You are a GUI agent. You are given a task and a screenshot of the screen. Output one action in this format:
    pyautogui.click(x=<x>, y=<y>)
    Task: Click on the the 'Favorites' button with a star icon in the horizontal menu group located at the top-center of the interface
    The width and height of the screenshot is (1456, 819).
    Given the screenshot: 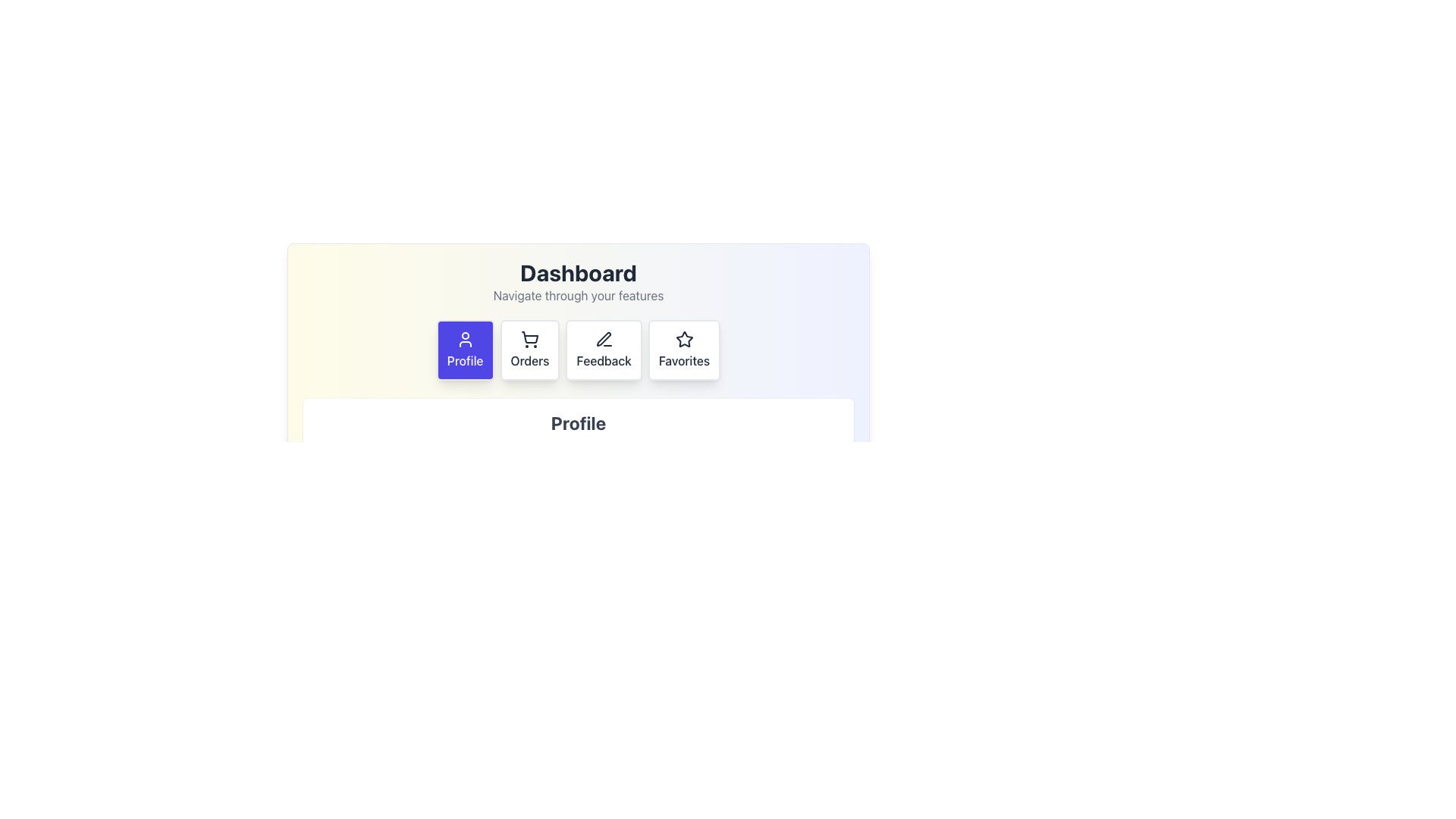 What is the action you would take?
    pyautogui.click(x=683, y=350)
    